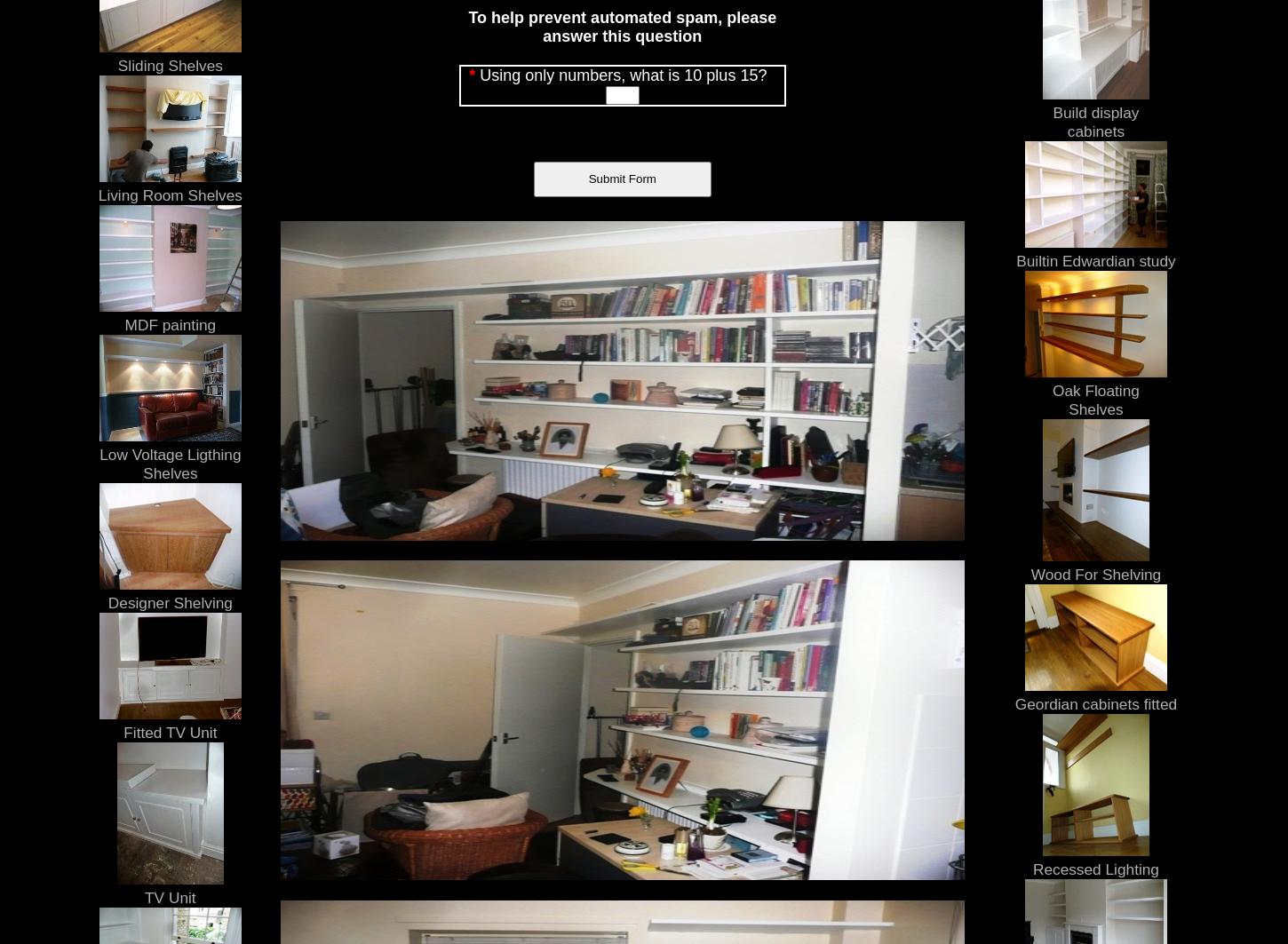  What do you see at coordinates (1095, 572) in the screenshot?
I see `'Wood For Shelving'` at bounding box center [1095, 572].